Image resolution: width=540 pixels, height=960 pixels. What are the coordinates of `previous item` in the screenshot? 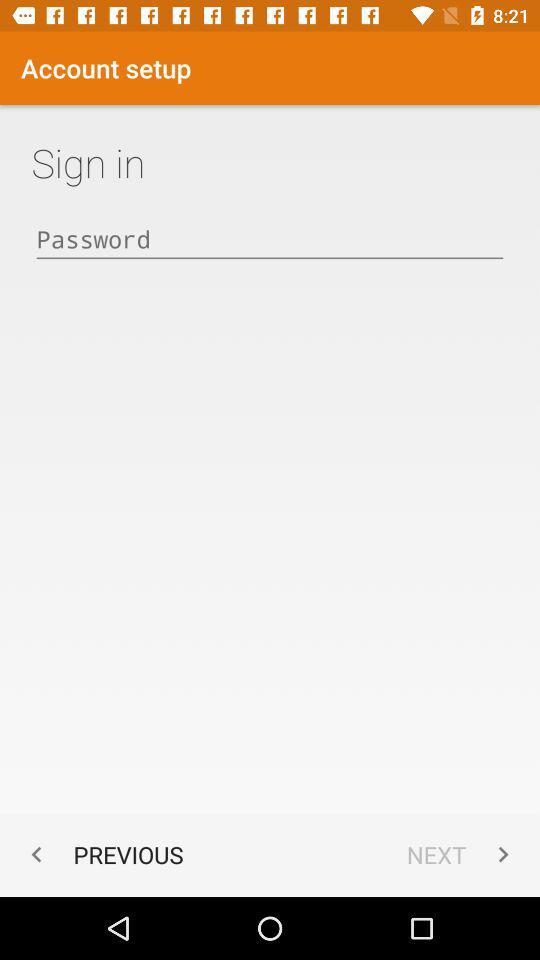 It's located at (102, 853).